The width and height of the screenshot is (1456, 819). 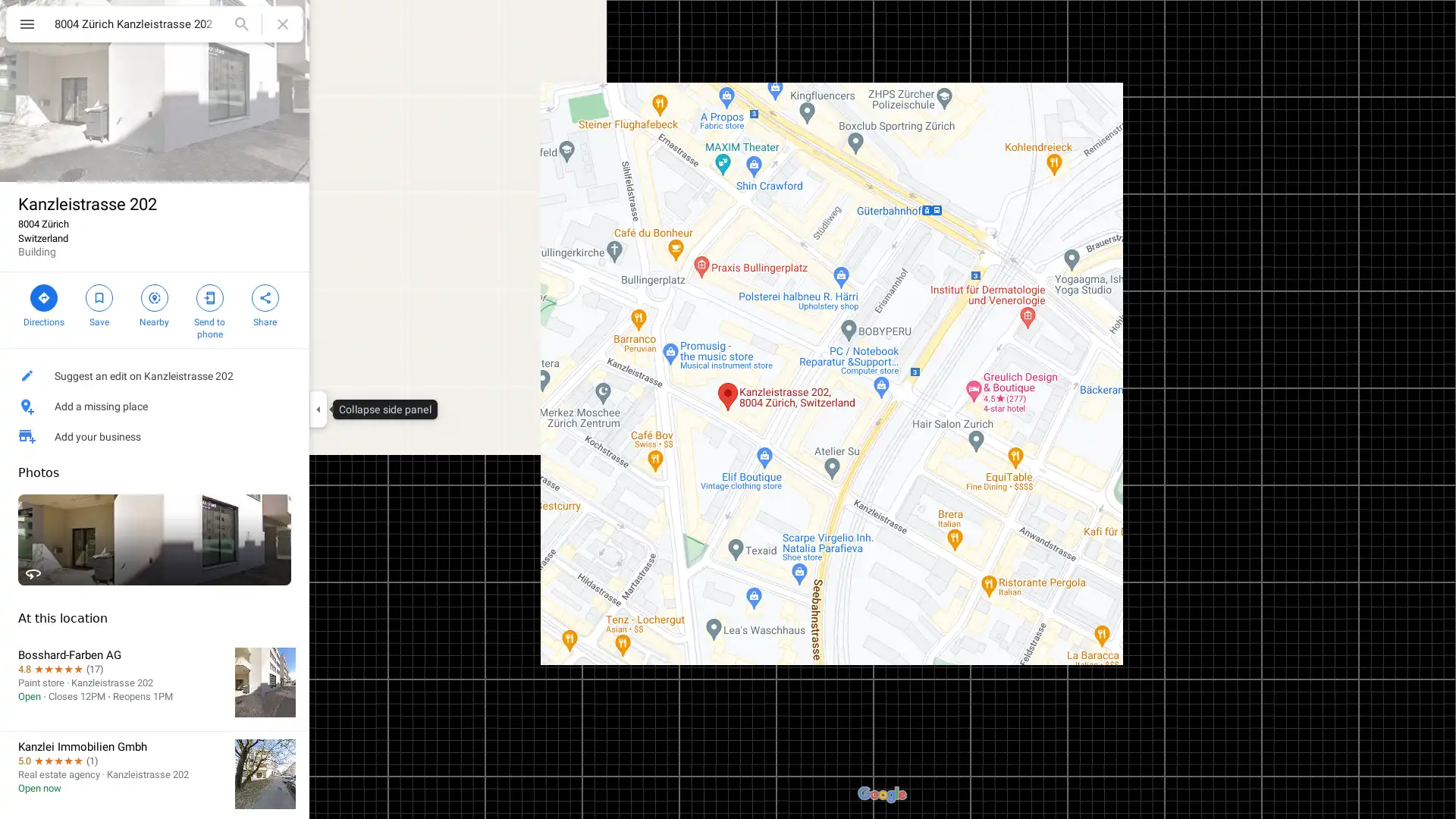 What do you see at coordinates (154, 304) in the screenshot?
I see `Search nearby Kanzleistrasse 202` at bounding box center [154, 304].